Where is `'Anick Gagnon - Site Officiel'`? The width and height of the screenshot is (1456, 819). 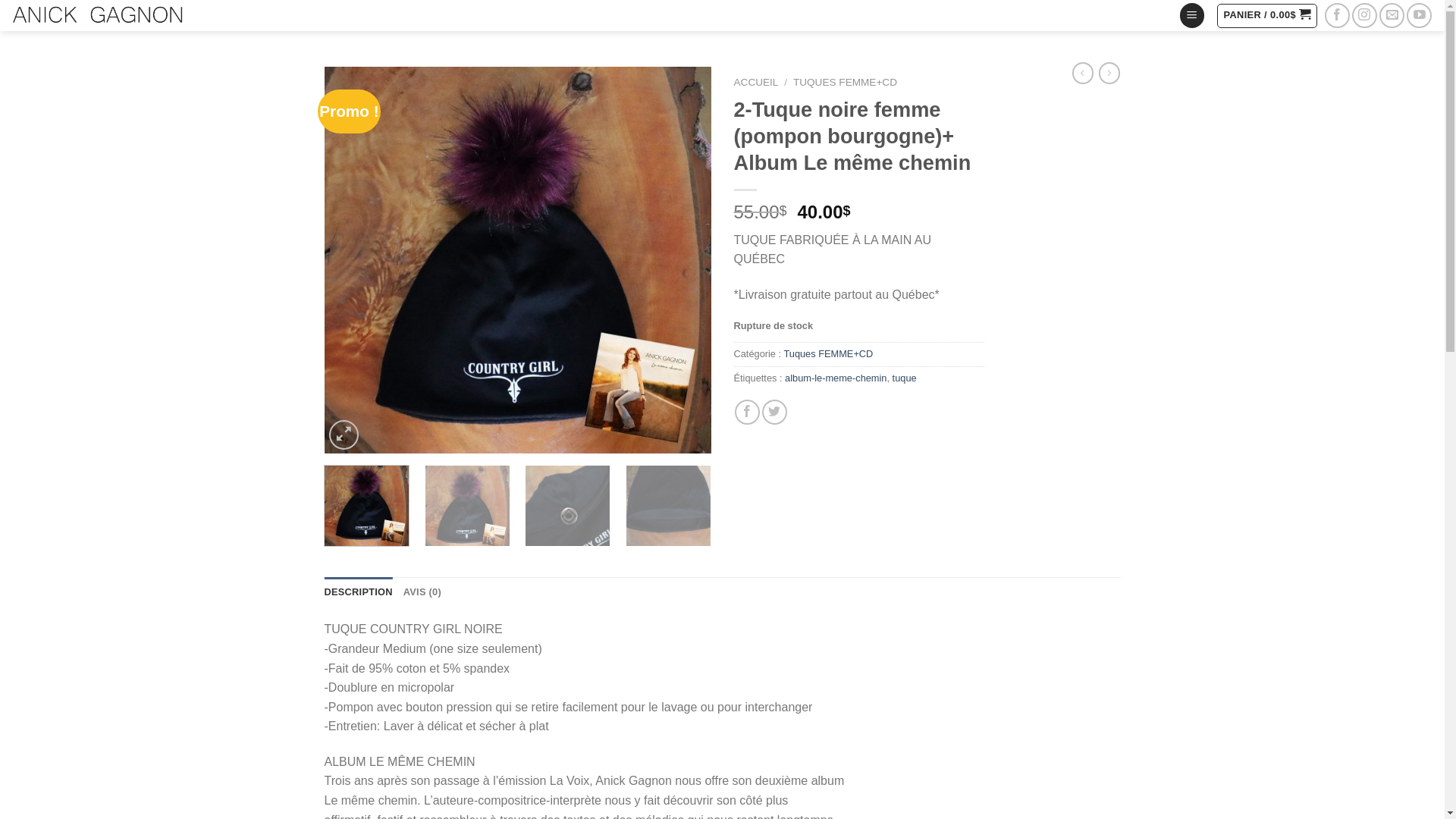
'Anick Gagnon - Site Officiel' is located at coordinates (96, 14).